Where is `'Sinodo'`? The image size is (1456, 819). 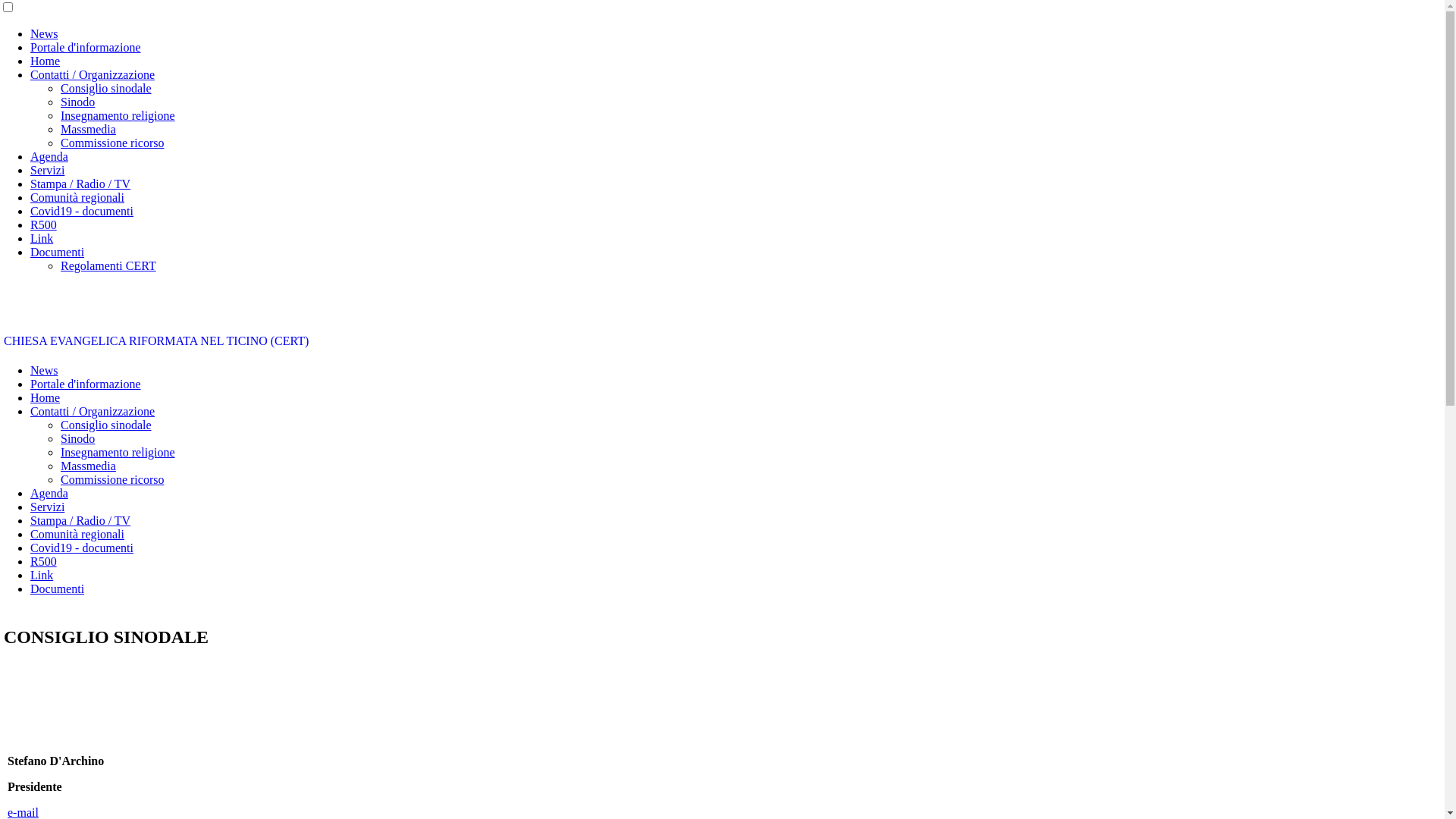 'Sinodo' is located at coordinates (77, 102).